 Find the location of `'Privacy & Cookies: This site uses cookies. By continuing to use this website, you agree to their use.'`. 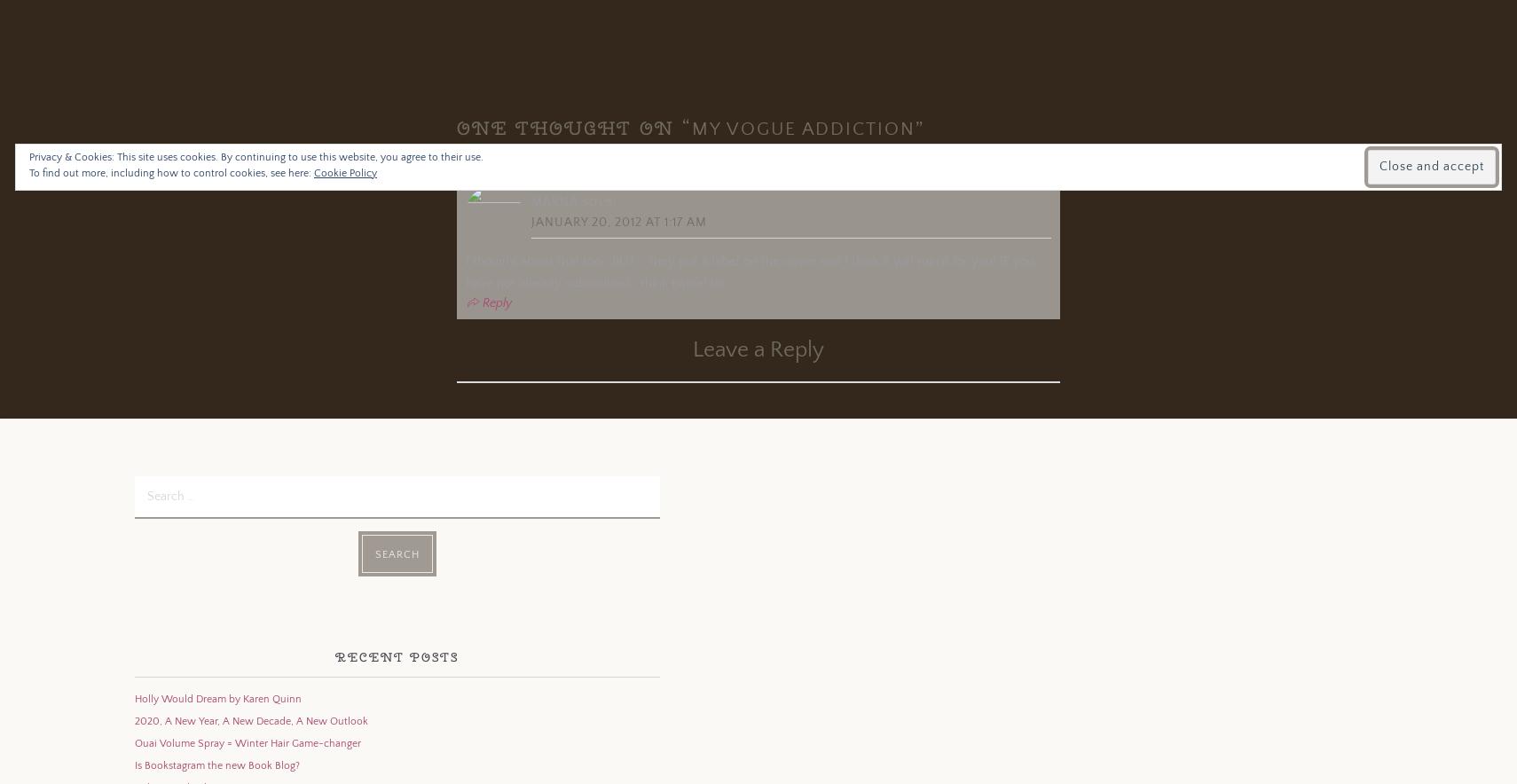

'Privacy & Cookies: This site uses cookies. By continuing to use this website, you agree to their use.' is located at coordinates (255, 157).